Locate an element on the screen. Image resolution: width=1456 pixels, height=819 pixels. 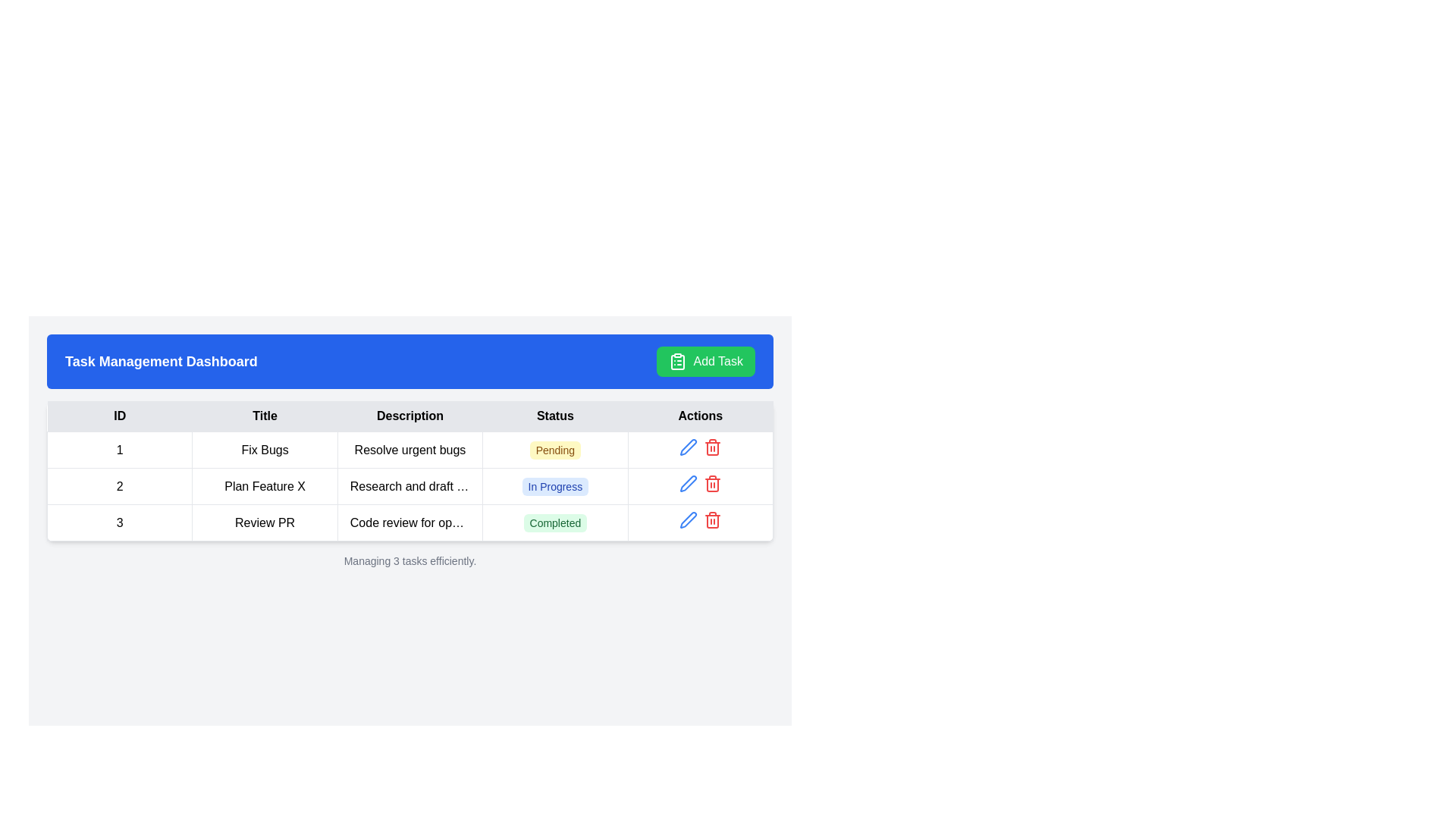
the red trashcan icon button located in the Actions column of the last row corresponding to the task titled 'Review PR' is located at coordinates (711, 483).